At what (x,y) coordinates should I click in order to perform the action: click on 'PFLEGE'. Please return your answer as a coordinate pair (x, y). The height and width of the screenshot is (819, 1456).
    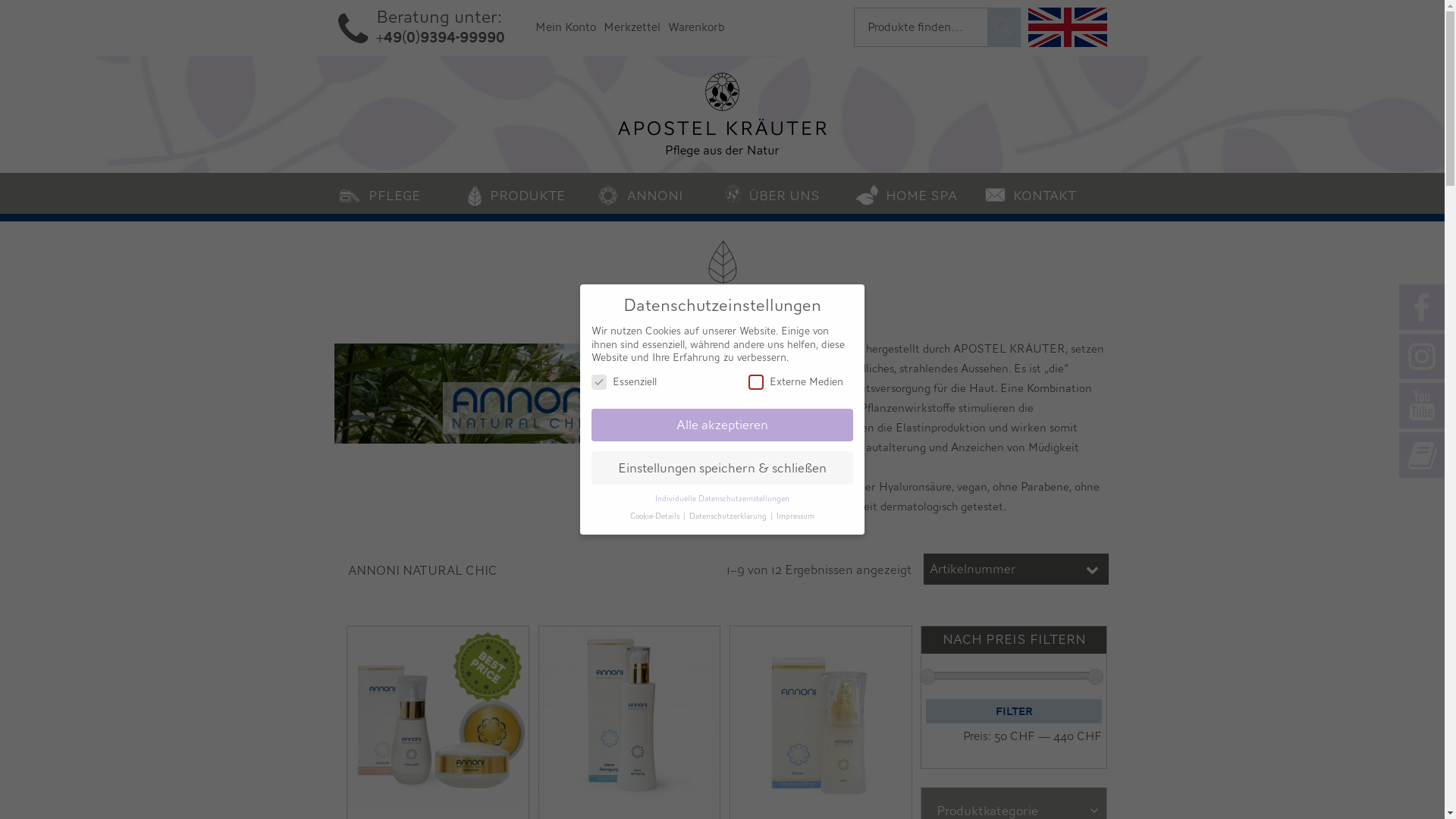
    Looking at the image, I should click on (398, 192).